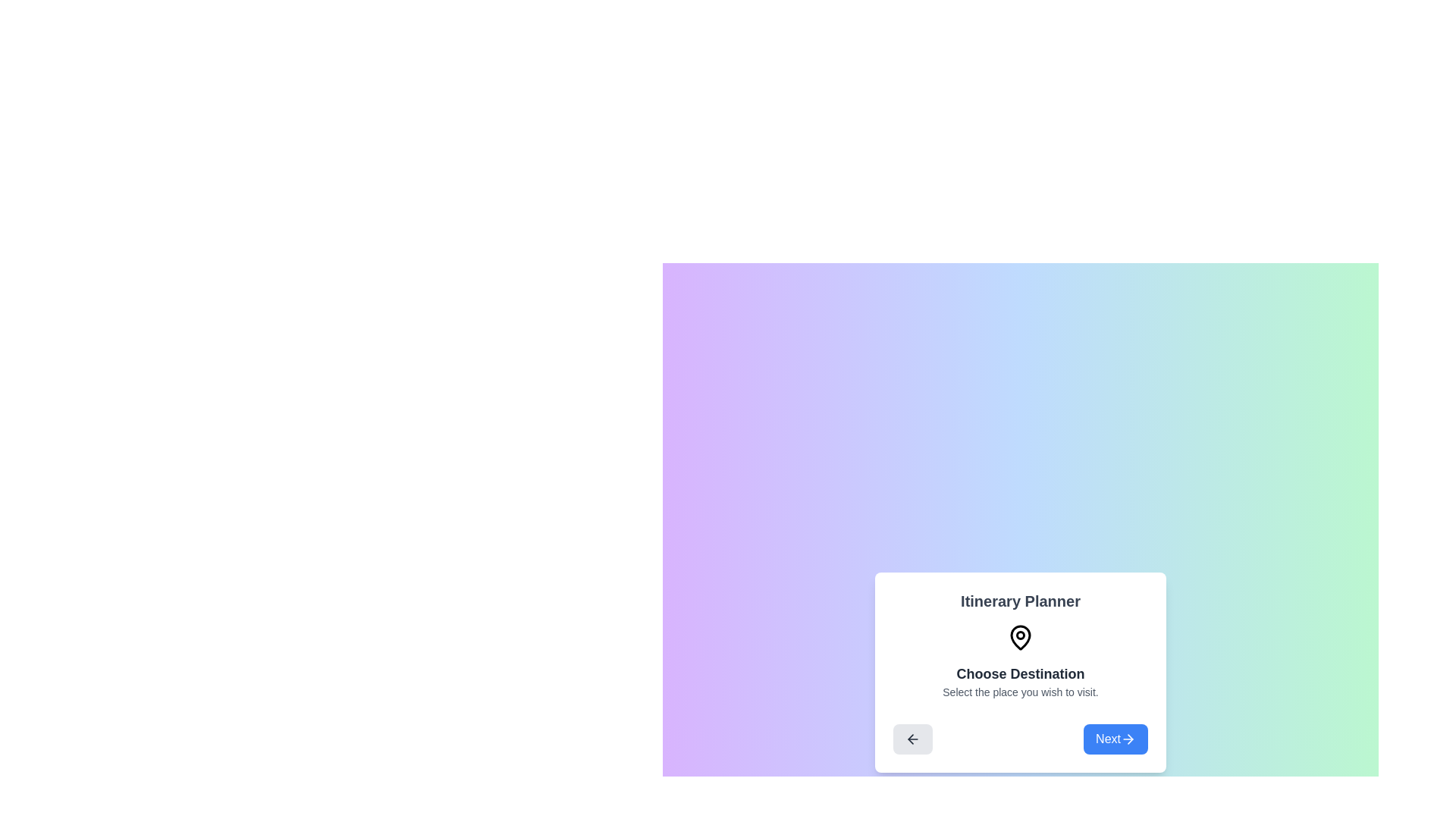  I want to click on bold, black textual header that reads 'Choose Destination' which is prominently displayed below a map icon and above a smaller explanatory text, so click(1020, 673).